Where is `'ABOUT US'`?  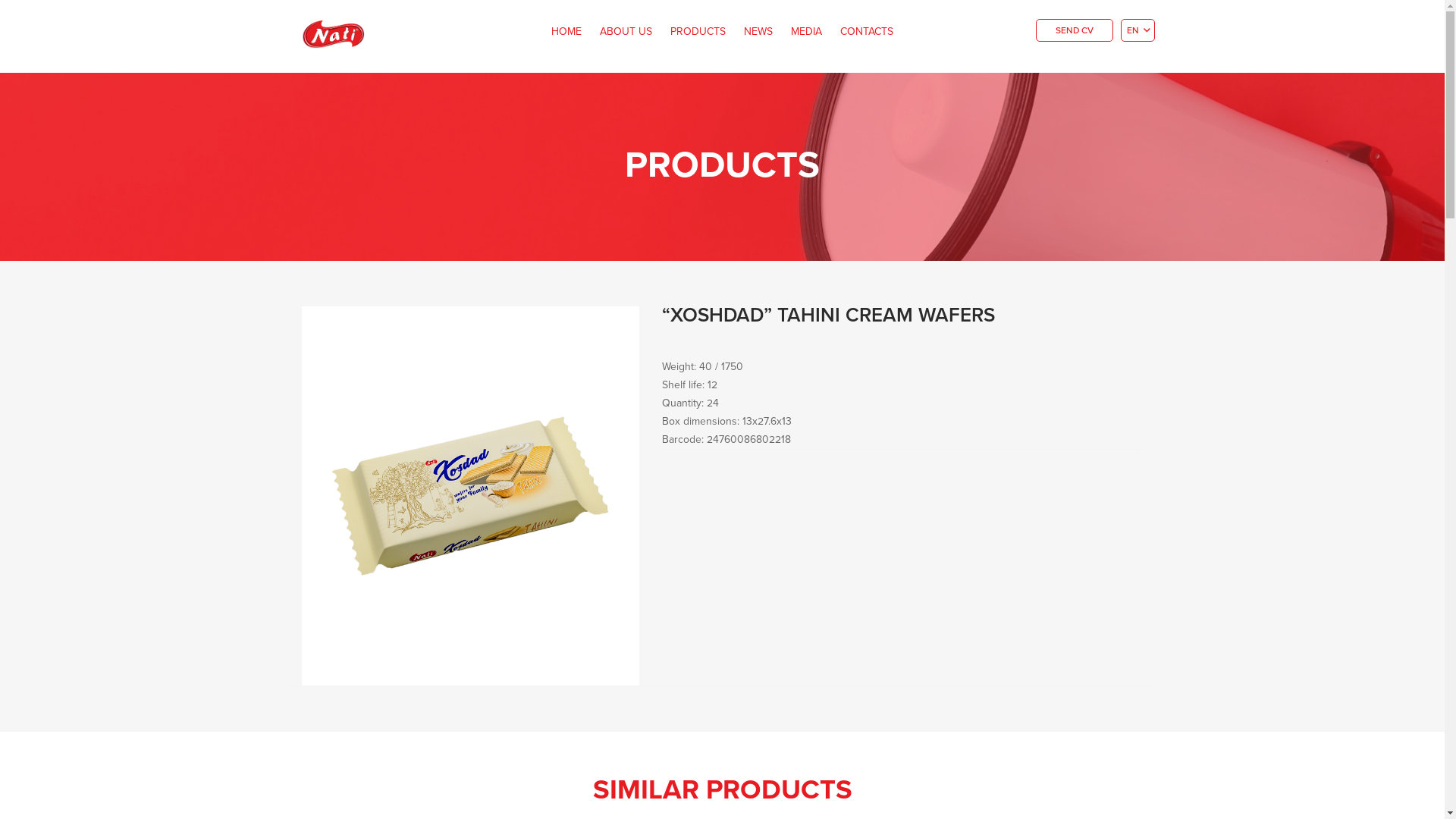 'ABOUT US' is located at coordinates (626, 32).